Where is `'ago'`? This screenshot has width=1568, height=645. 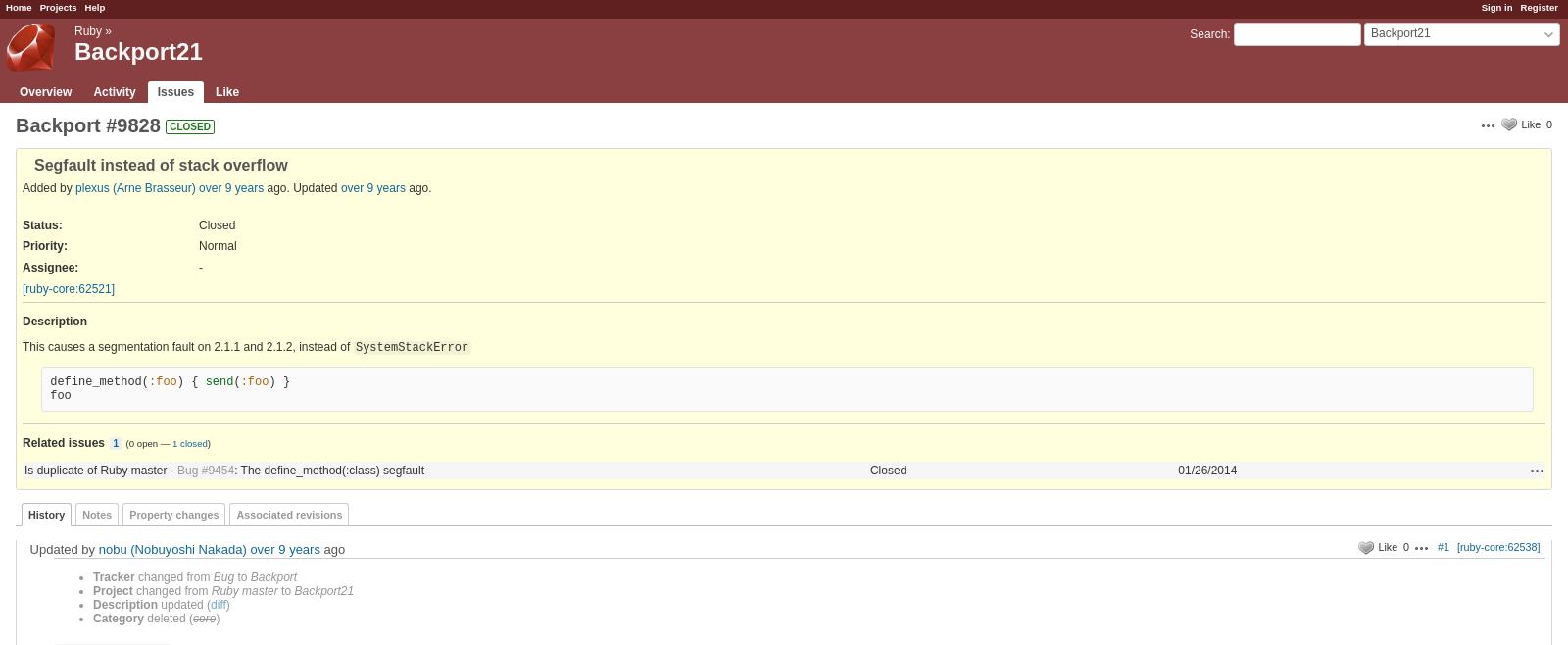 'ago' is located at coordinates (332, 548).